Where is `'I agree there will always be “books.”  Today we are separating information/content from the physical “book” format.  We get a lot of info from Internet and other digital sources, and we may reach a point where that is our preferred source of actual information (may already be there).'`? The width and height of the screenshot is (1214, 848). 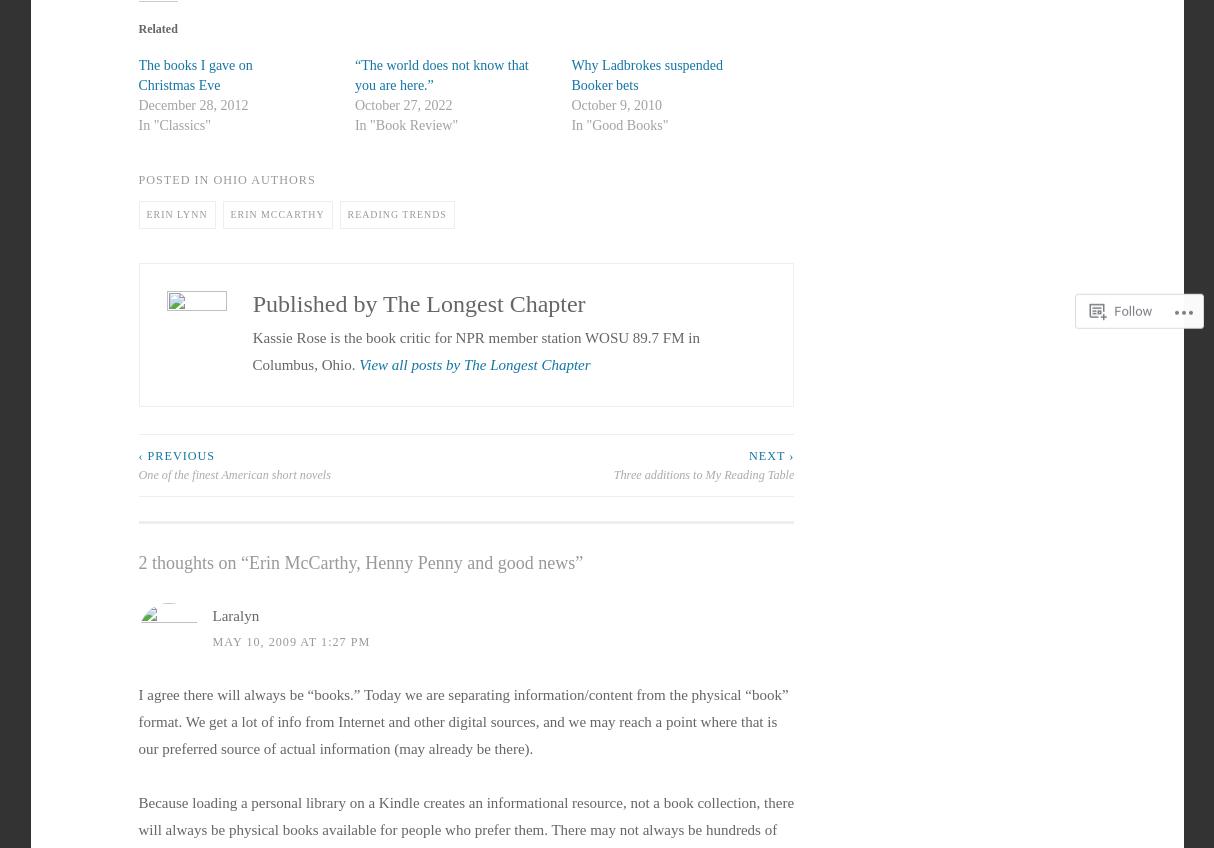
'I agree there will always be “books.”  Today we are separating information/content from the physical “book” format.  We get a lot of info from Internet and other digital sources, and we may reach a point where that is our preferred source of actual information (may already be there).' is located at coordinates (463, 721).